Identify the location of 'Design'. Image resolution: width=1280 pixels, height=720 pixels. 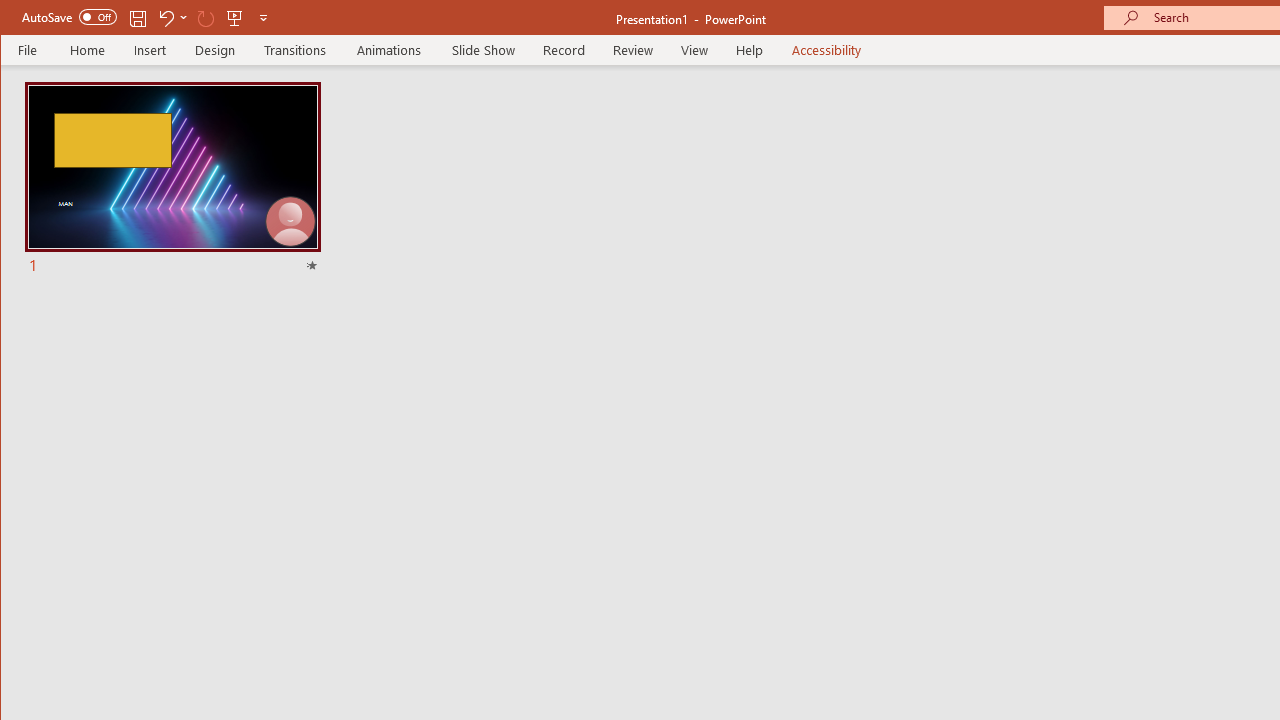
(215, 49).